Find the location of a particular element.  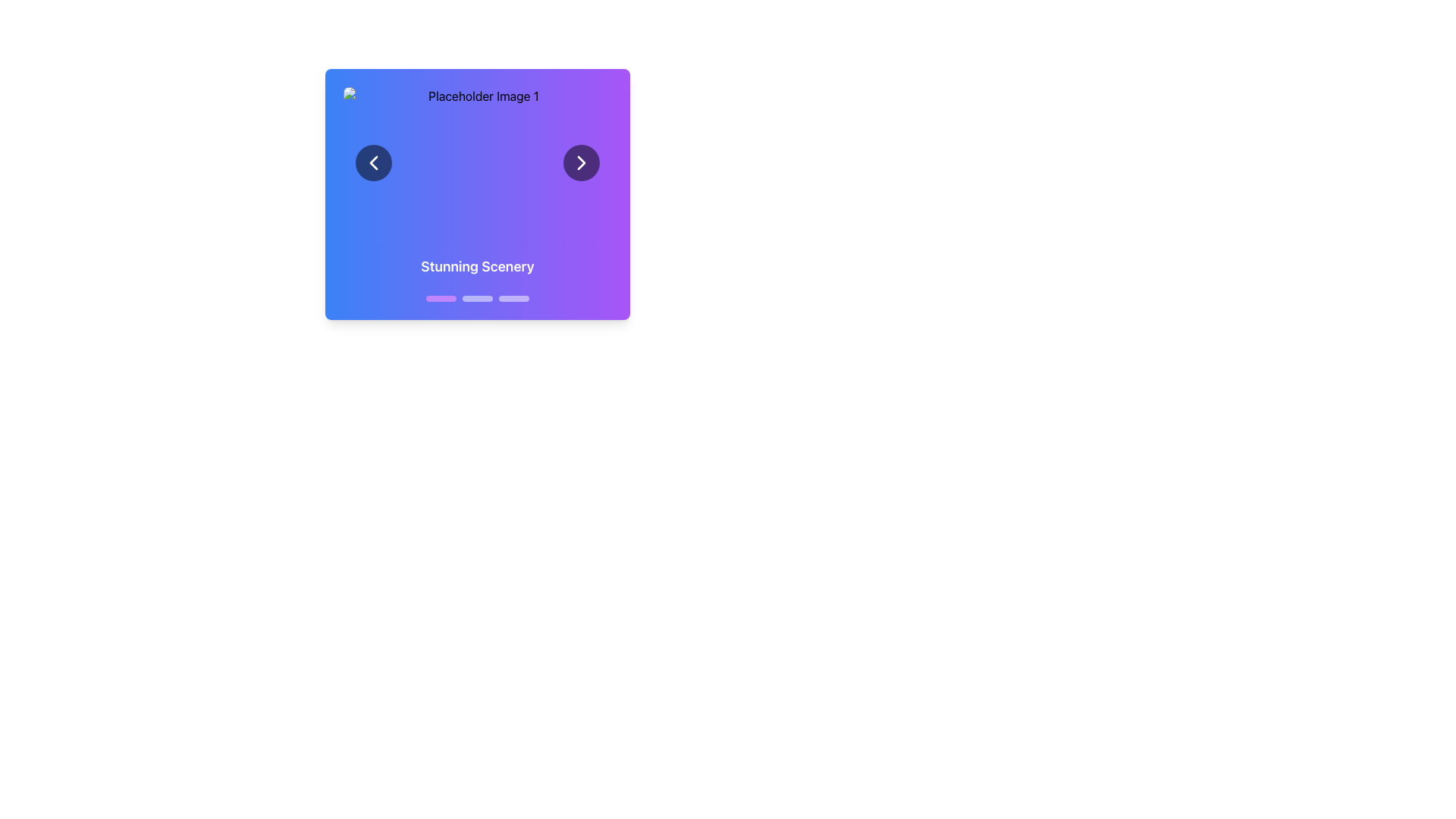

the left-pointing chevron icon inside the circular navigation button is located at coordinates (374, 162).